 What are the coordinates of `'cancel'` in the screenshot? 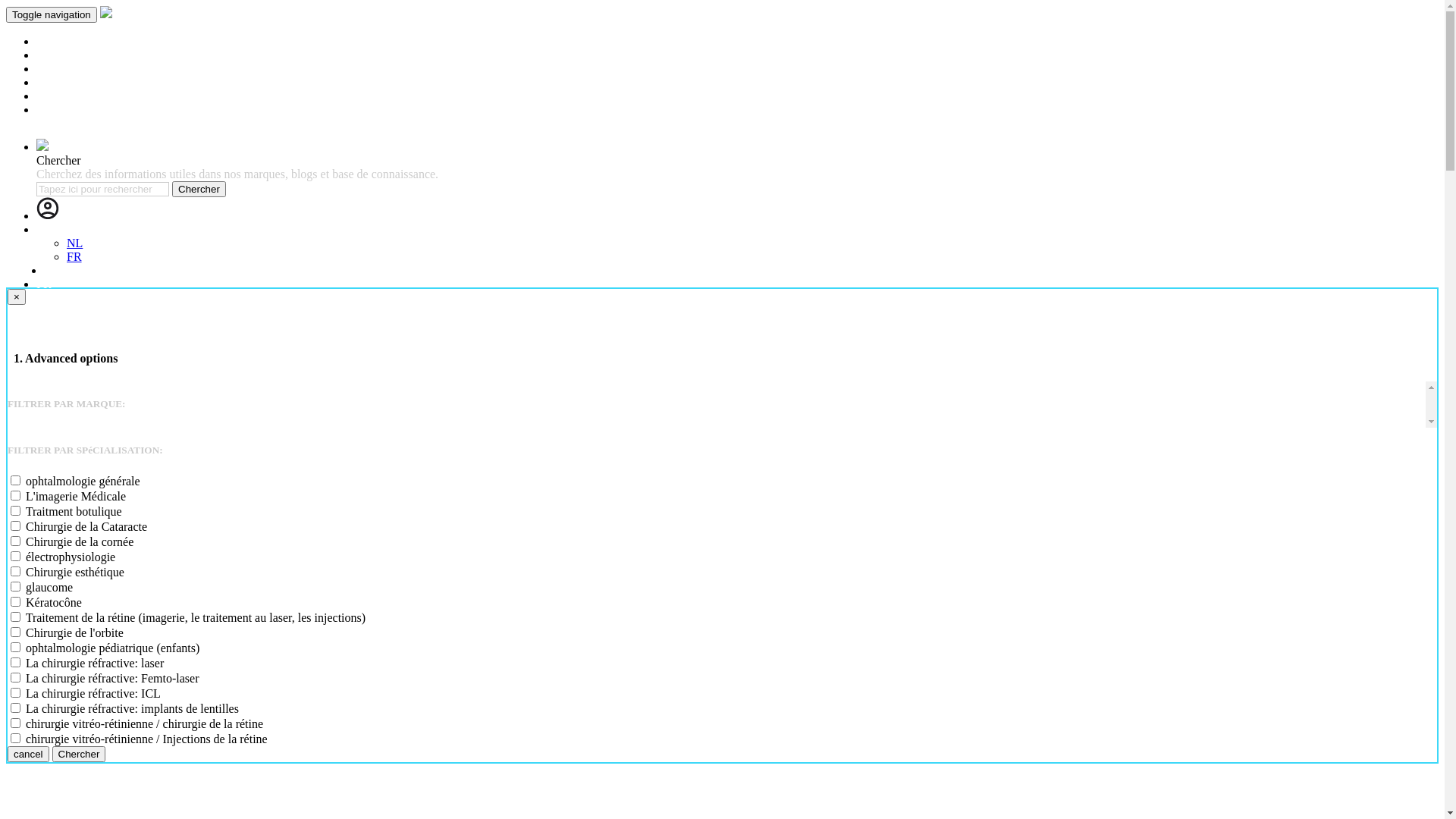 It's located at (7, 754).